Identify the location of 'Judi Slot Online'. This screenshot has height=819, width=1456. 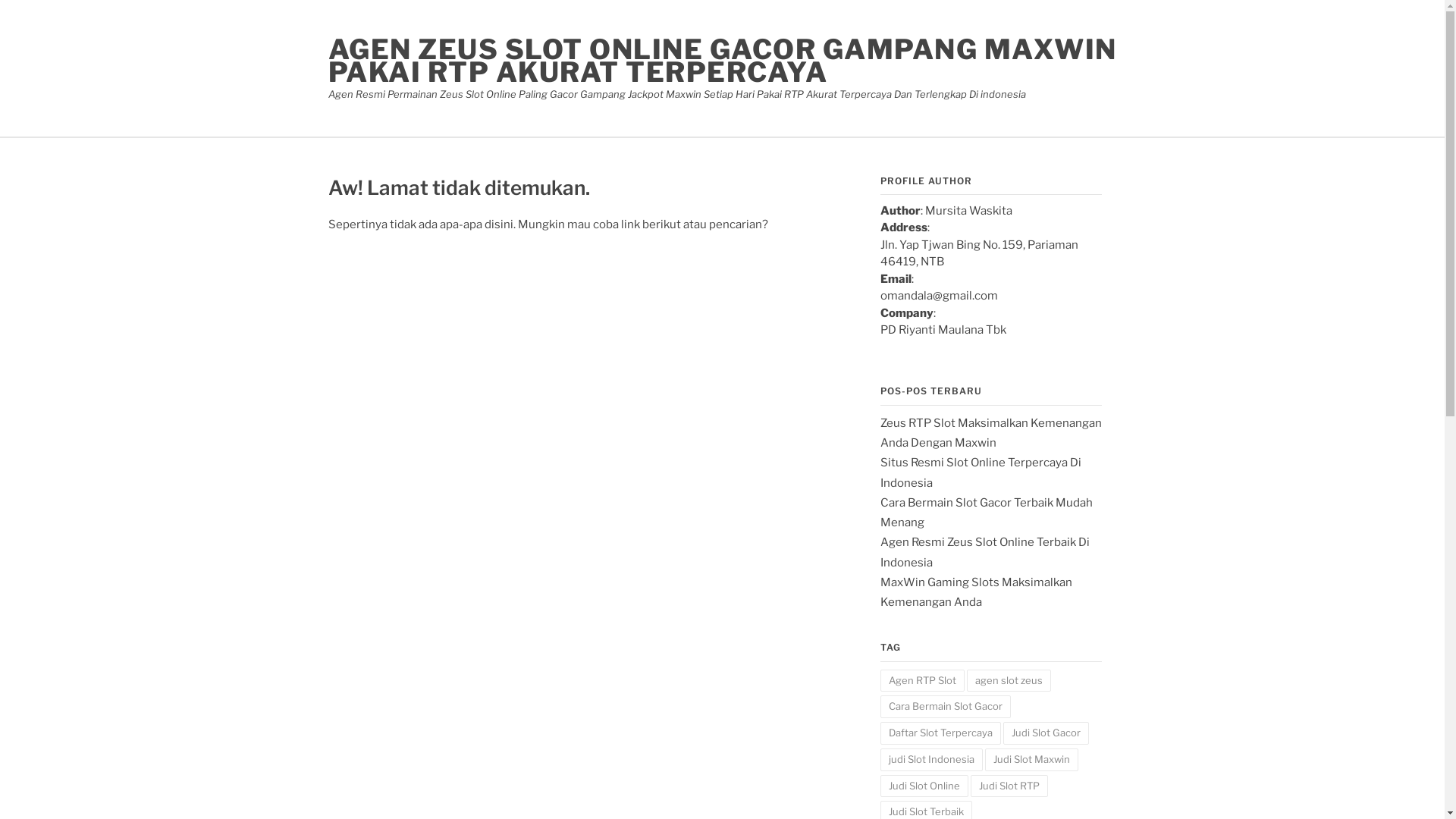
(923, 786).